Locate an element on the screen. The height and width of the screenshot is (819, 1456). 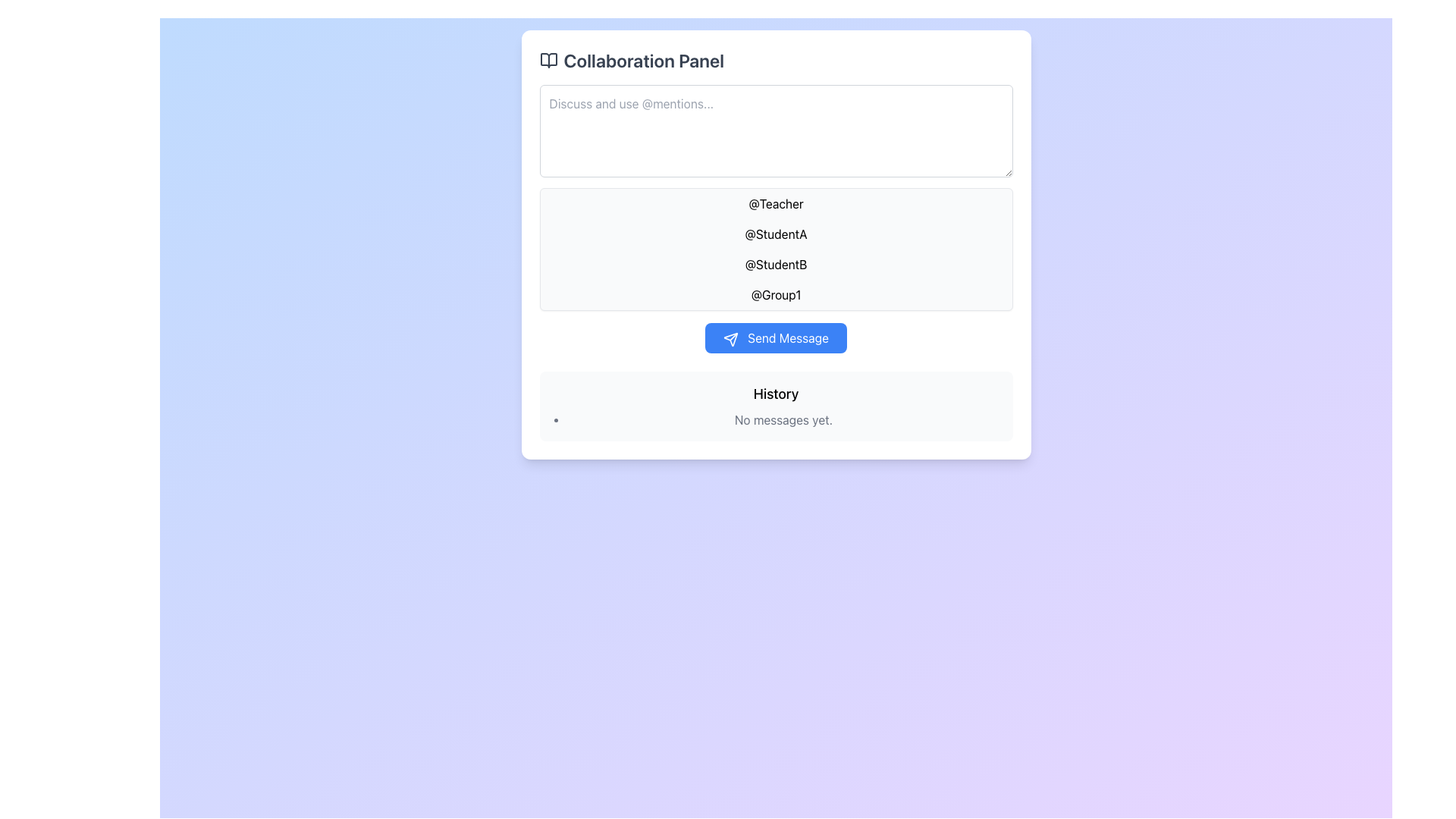
the prominent icon indicating collaboration, located at the top-left corner of the 'Collaboration Panel' title section is located at coordinates (548, 60).